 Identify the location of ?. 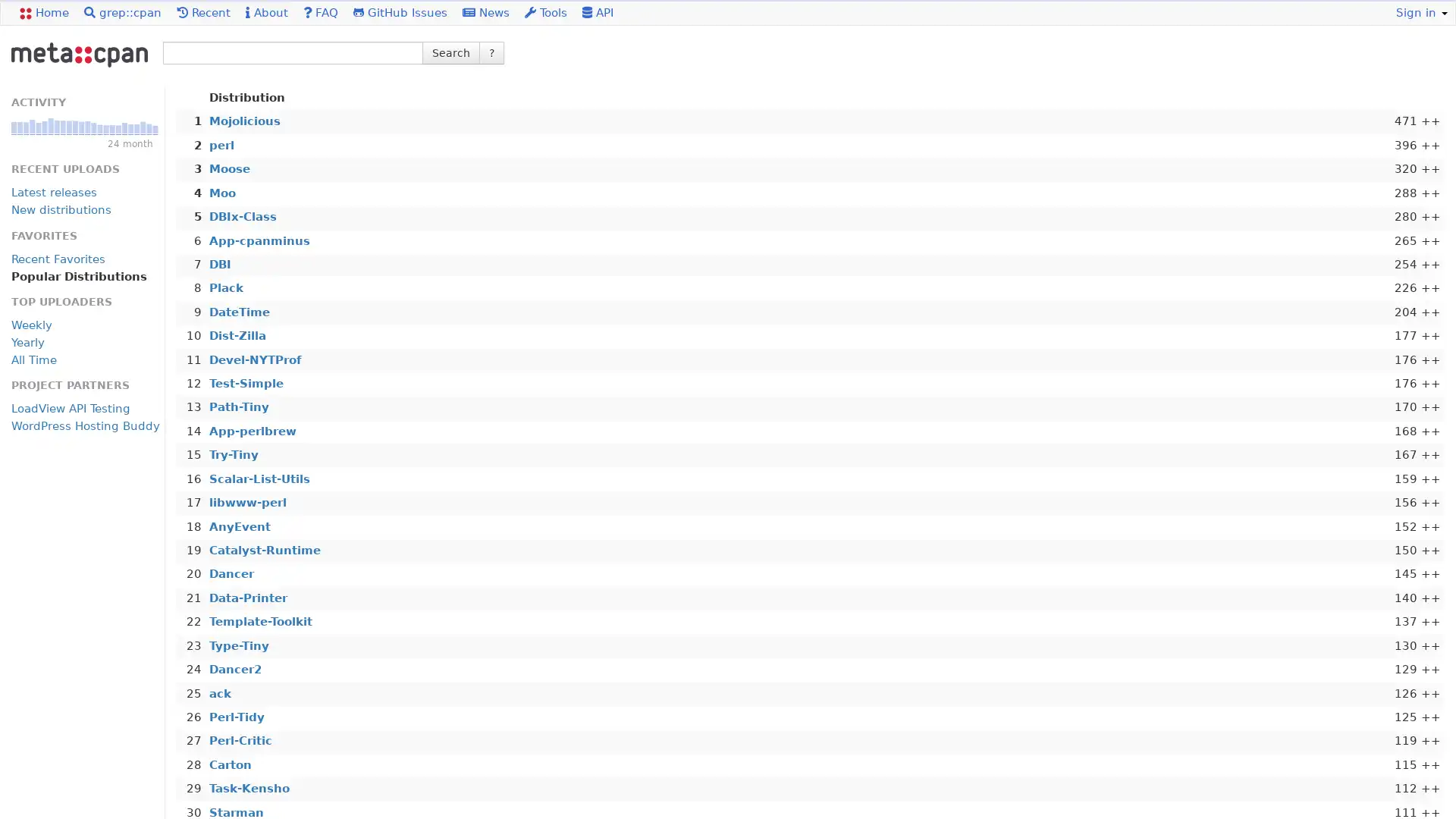
(491, 52).